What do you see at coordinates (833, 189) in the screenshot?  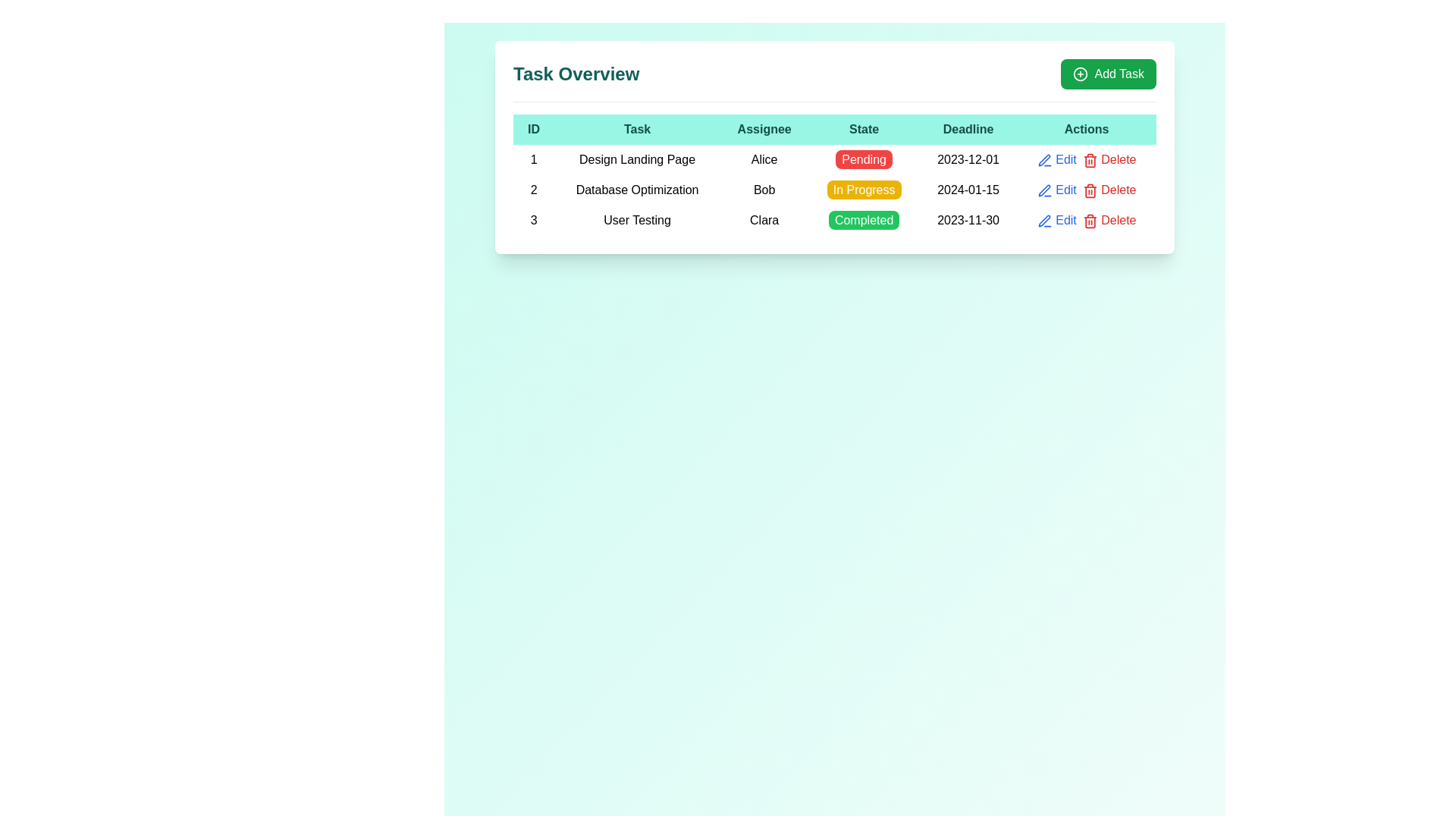 I see `the second row of the task overview table, which summarizes task details such as identification, assignee, status, and deadline` at bounding box center [833, 189].